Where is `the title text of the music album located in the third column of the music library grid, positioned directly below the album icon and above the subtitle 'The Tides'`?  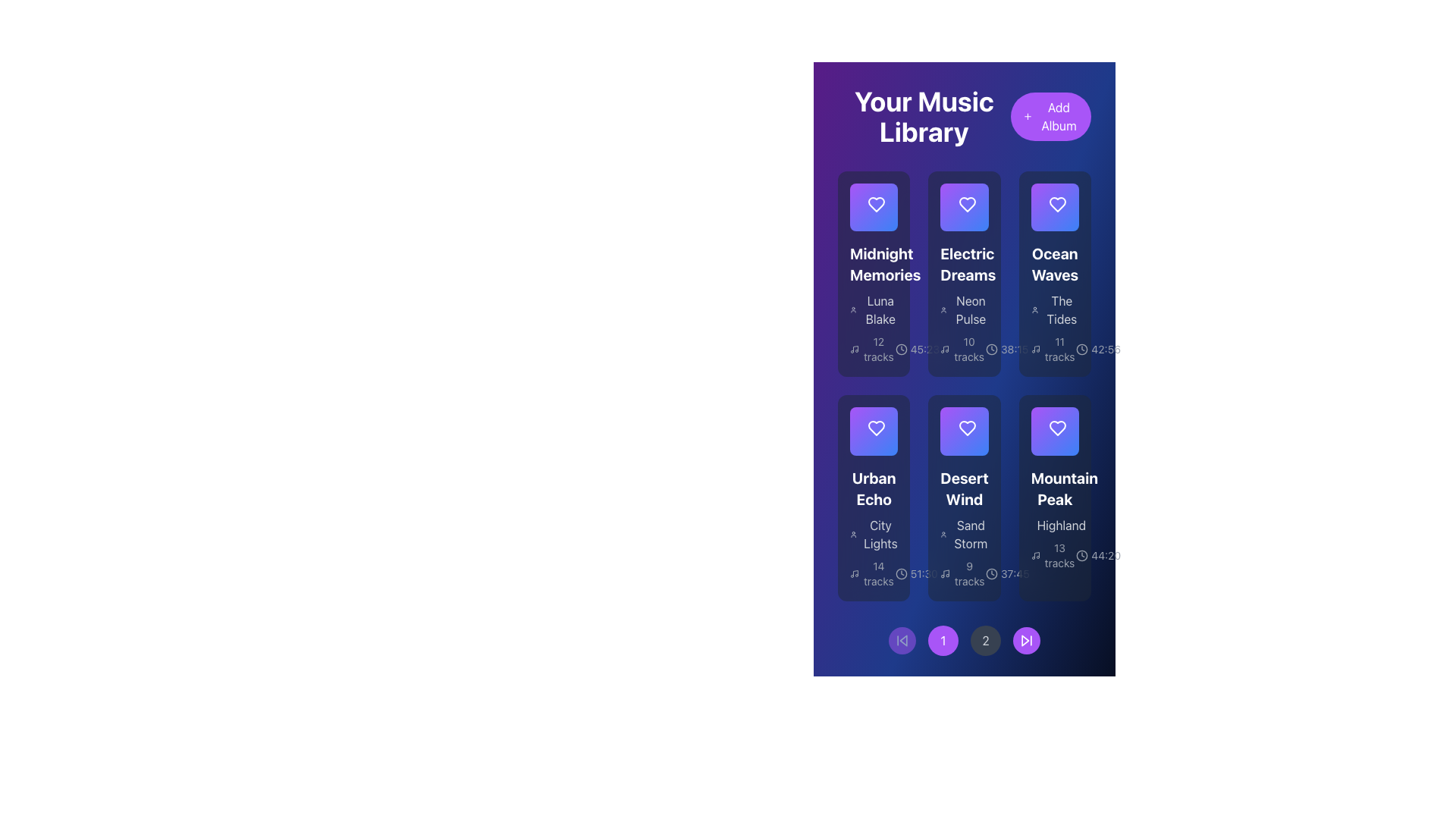
the title text of the music album located in the third column of the music library grid, positioned directly below the album icon and above the subtitle 'The Tides' is located at coordinates (1054, 264).